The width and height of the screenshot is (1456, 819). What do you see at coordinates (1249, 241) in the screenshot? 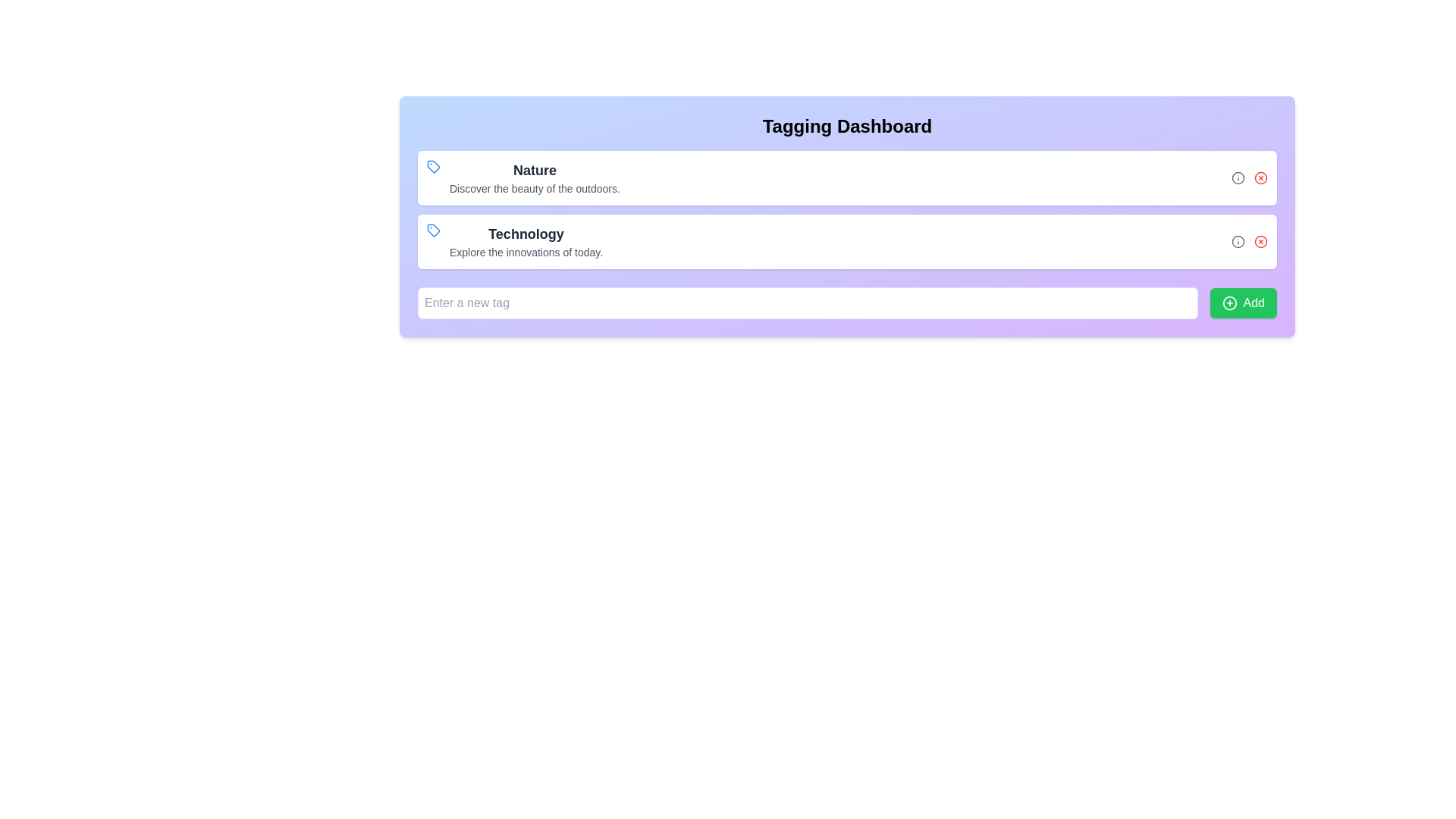
I see `the cross icon located to the far right of the 'Technology' description text in the Control Group` at bounding box center [1249, 241].